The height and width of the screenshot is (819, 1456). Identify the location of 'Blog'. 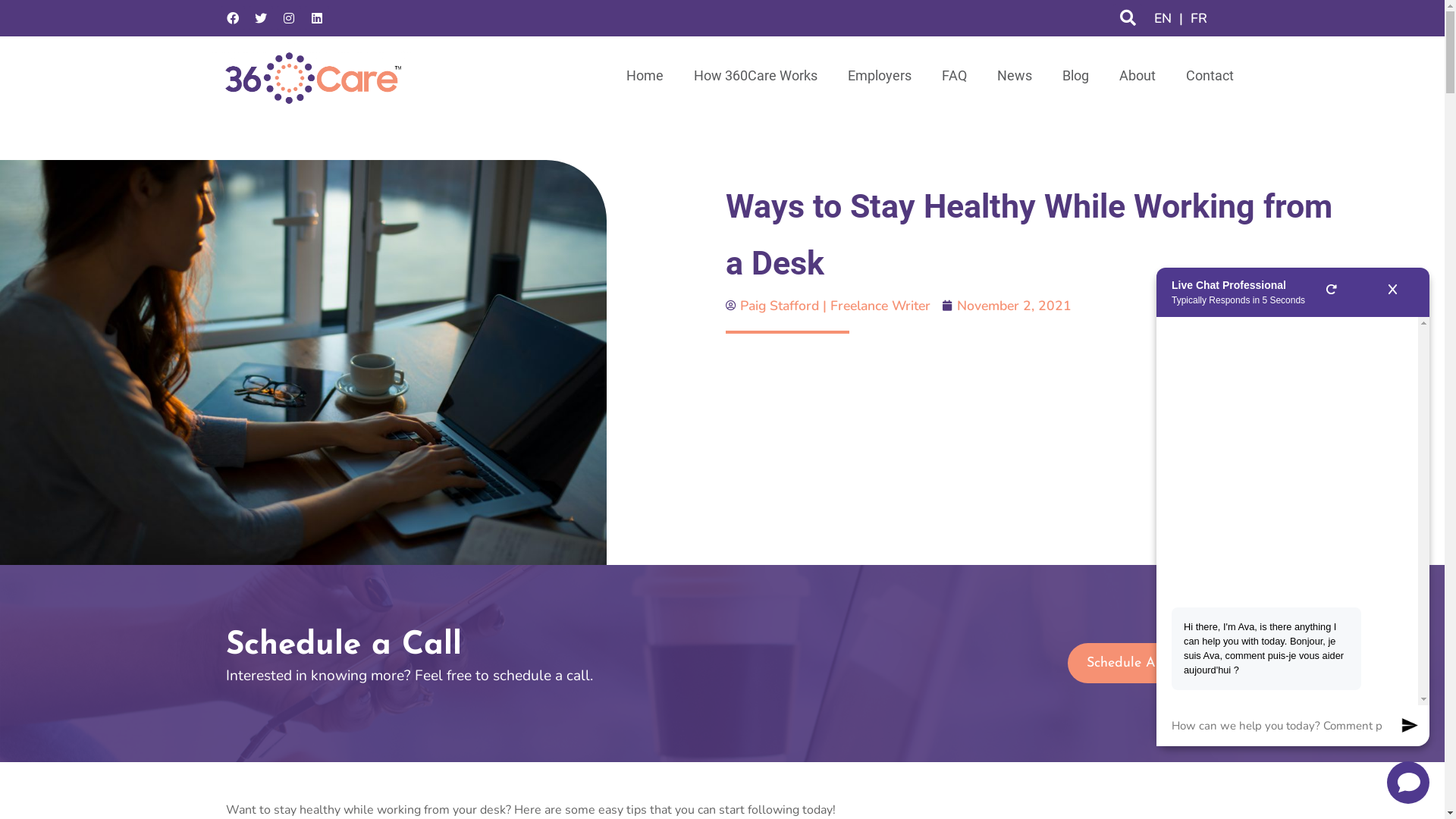
(1074, 76).